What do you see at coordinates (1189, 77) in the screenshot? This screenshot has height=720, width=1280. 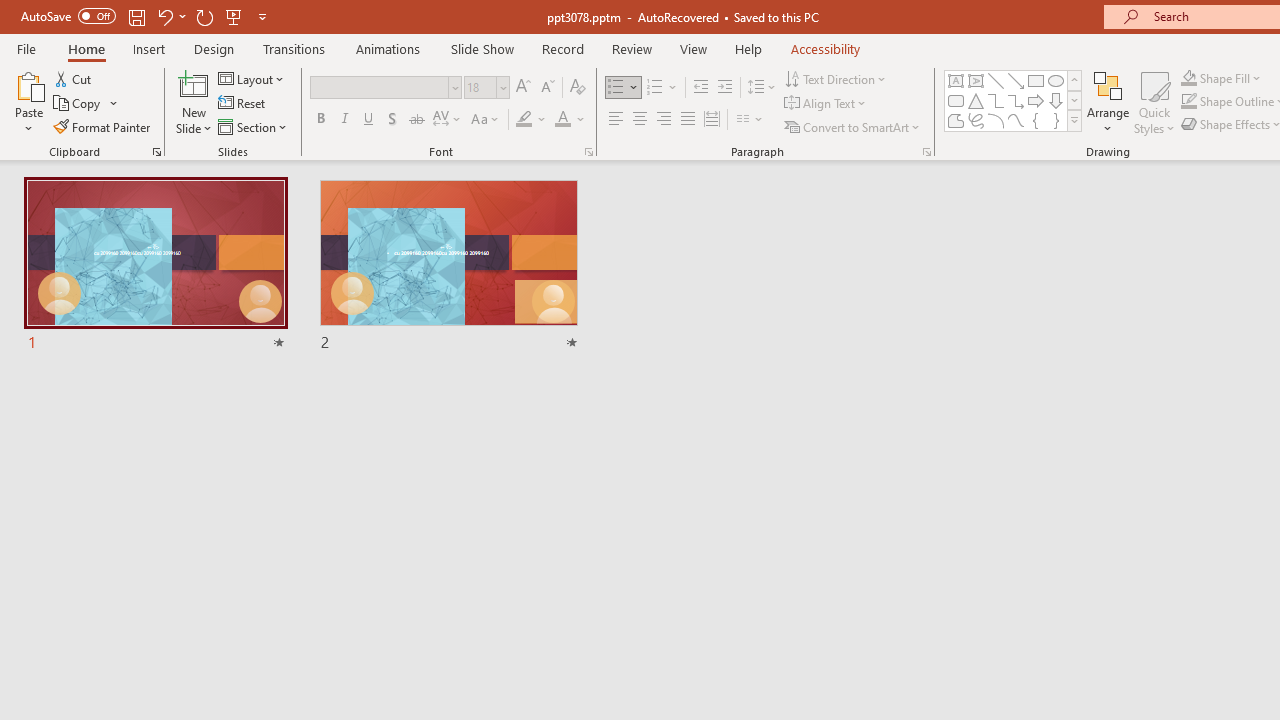 I see `'Shape Fill Dark Green, Accent 2'` at bounding box center [1189, 77].